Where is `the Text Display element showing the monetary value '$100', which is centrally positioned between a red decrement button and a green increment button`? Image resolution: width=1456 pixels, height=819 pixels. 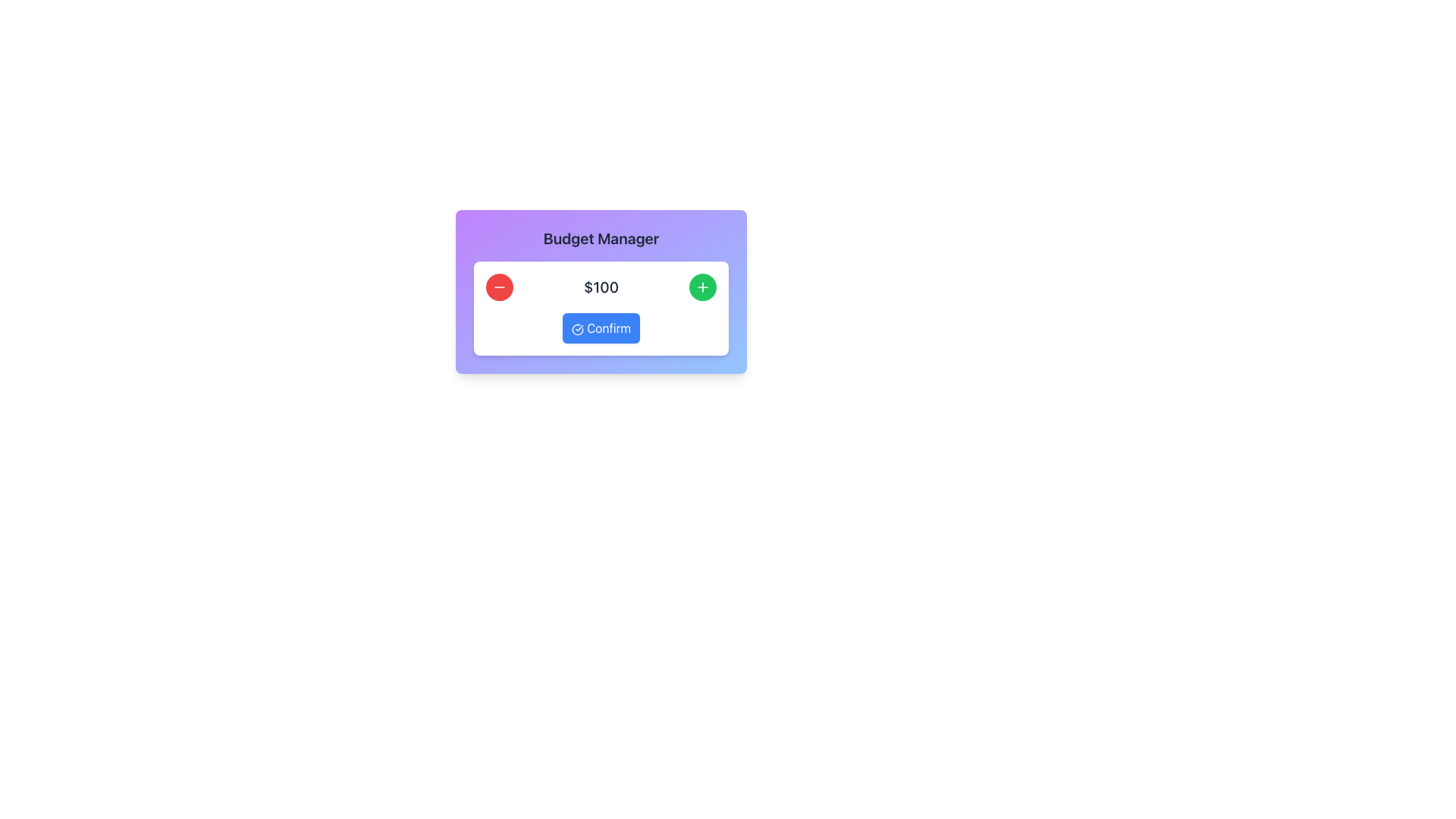 the Text Display element showing the monetary value '$100', which is centrally positioned between a red decrement button and a green increment button is located at coordinates (600, 287).